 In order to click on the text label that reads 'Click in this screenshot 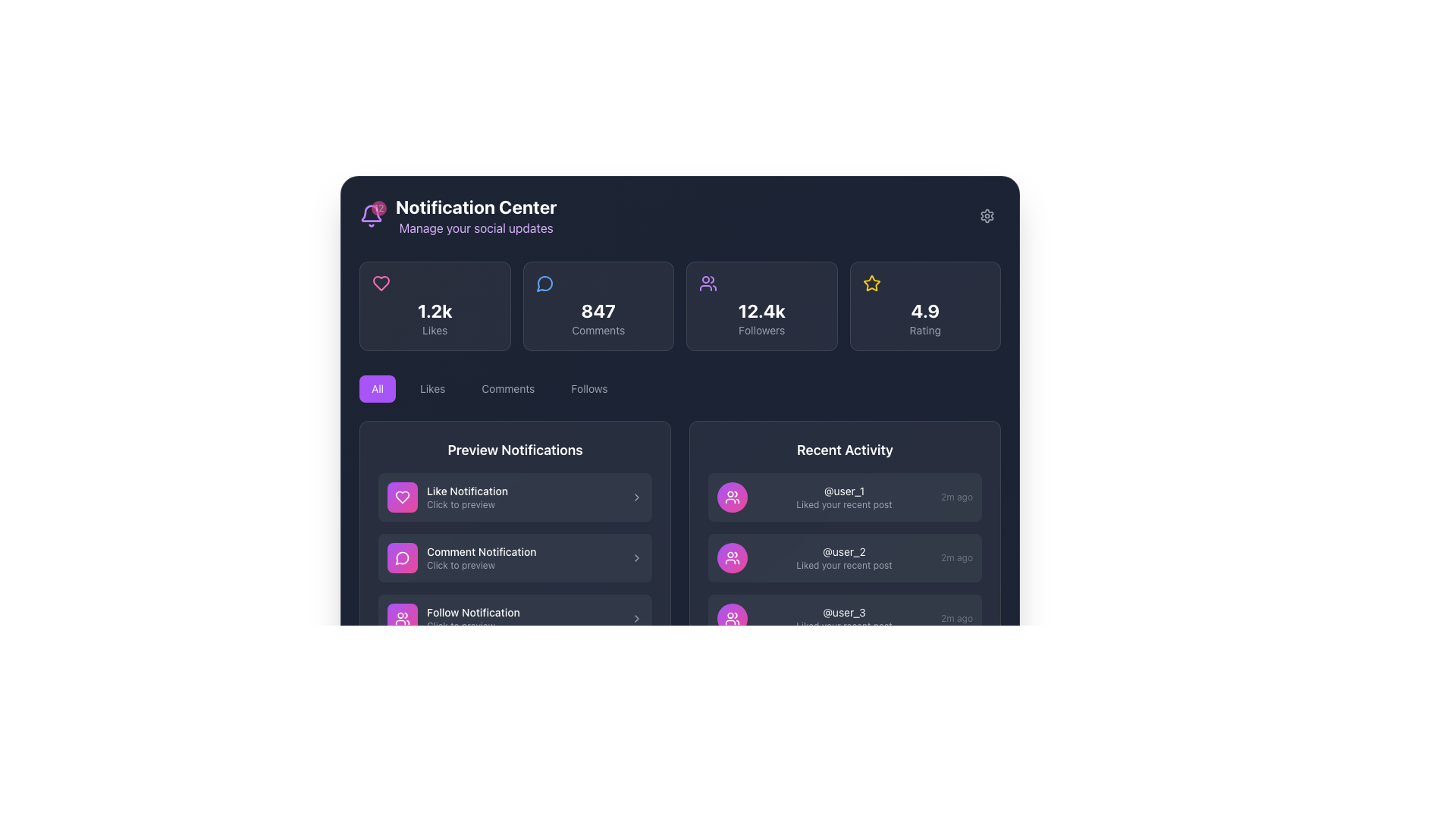, I will do `click(524, 626)`.